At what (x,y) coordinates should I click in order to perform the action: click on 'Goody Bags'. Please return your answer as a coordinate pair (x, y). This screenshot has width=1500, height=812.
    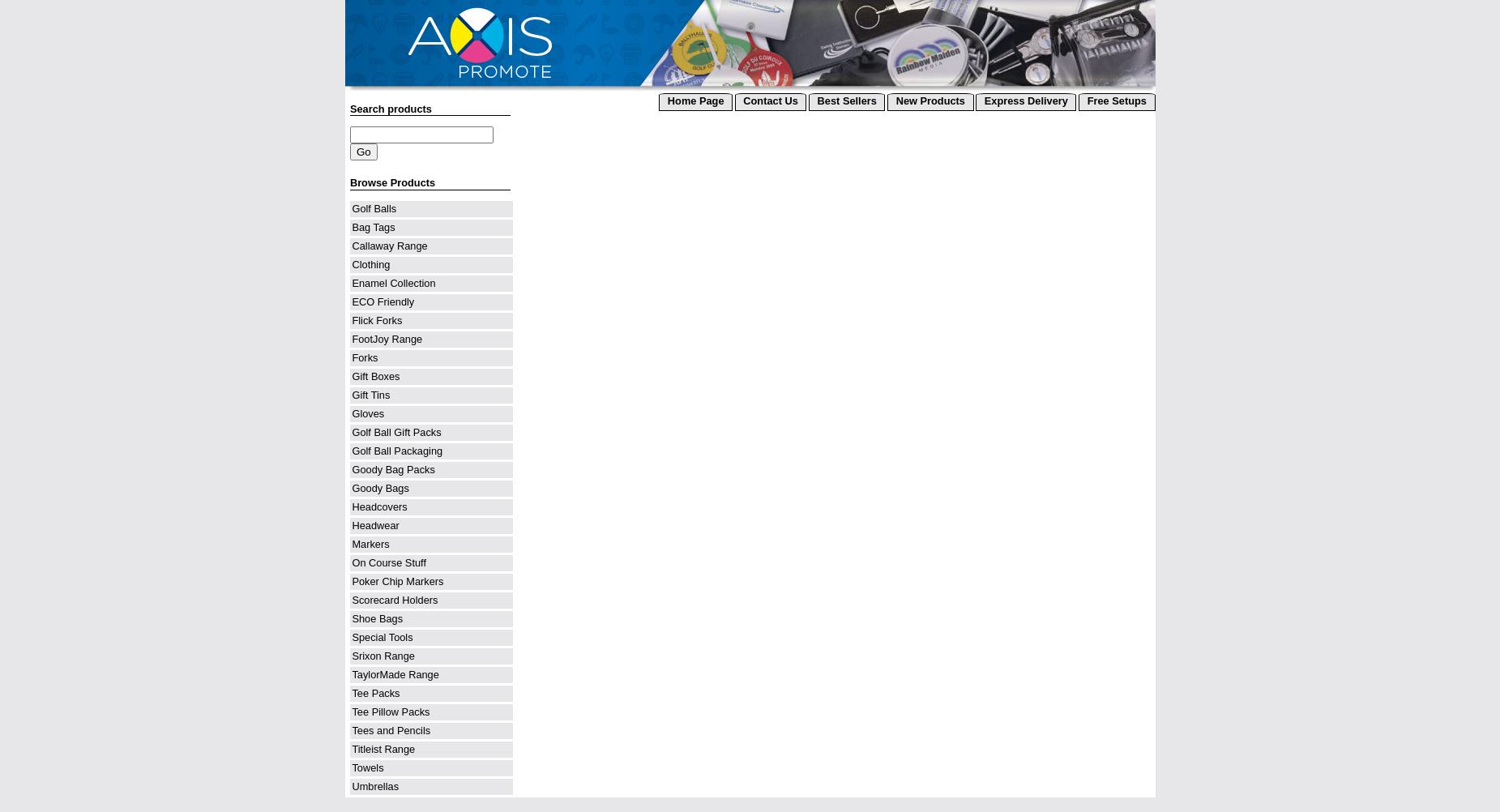
    Looking at the image, I should click on (352, 487).